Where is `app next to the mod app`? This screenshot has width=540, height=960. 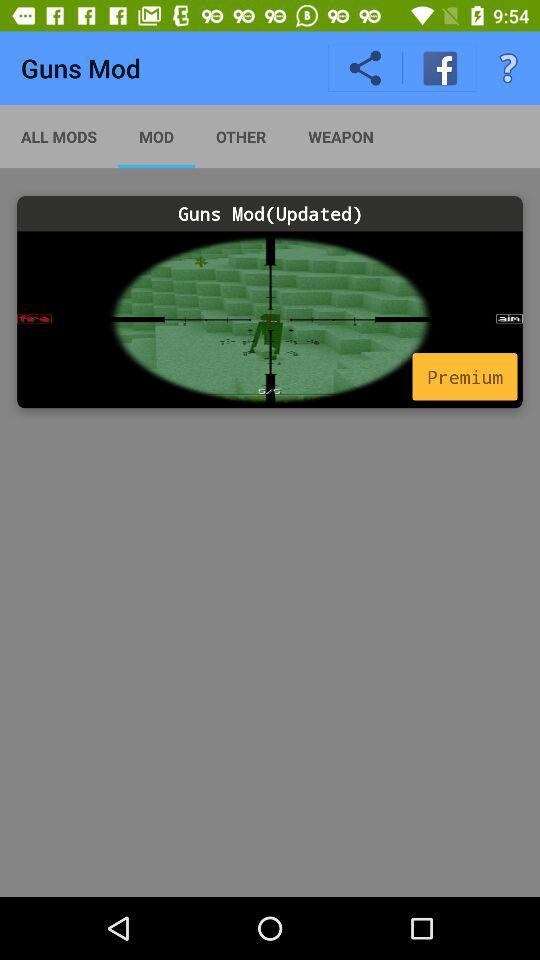
app next to the mod app is located at coordinates (59, 135).